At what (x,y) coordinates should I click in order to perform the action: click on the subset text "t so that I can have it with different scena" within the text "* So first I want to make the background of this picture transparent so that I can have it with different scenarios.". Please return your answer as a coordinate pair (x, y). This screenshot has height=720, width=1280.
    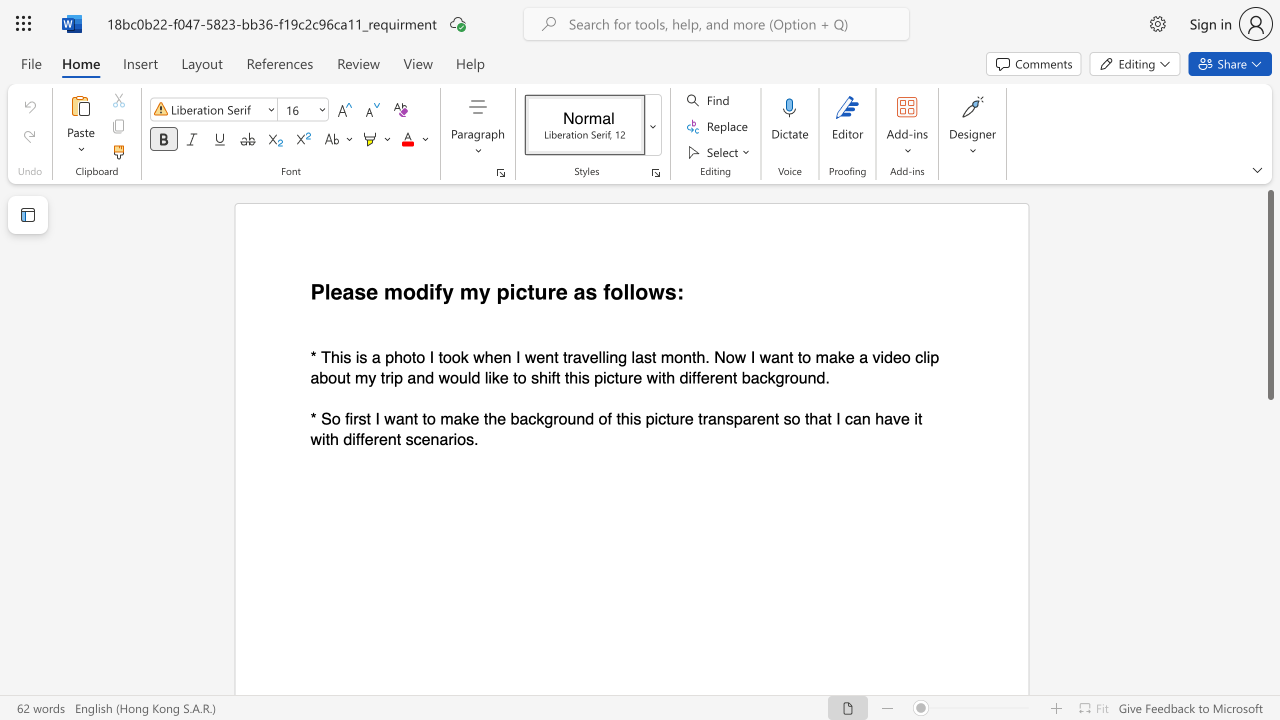
    Looking at the image, I should click on (773, 417).